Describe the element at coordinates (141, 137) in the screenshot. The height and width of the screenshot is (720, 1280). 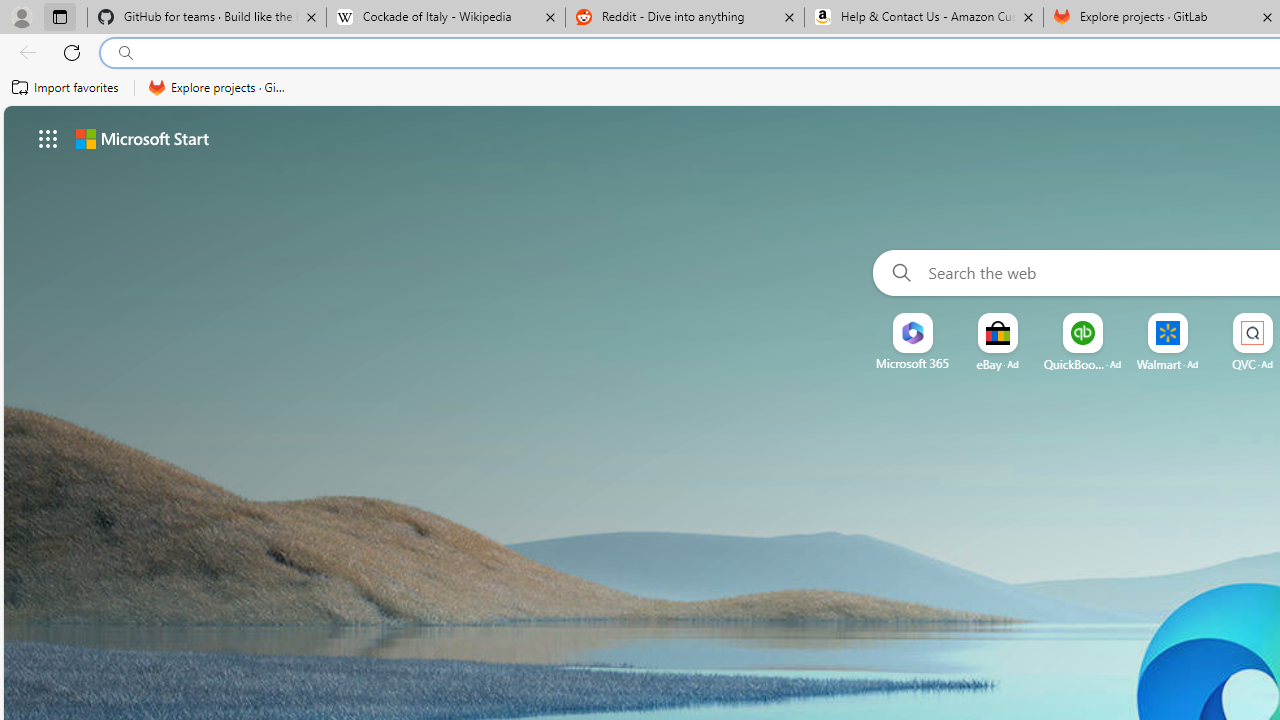
I see `'Microsoft start'` at that location.